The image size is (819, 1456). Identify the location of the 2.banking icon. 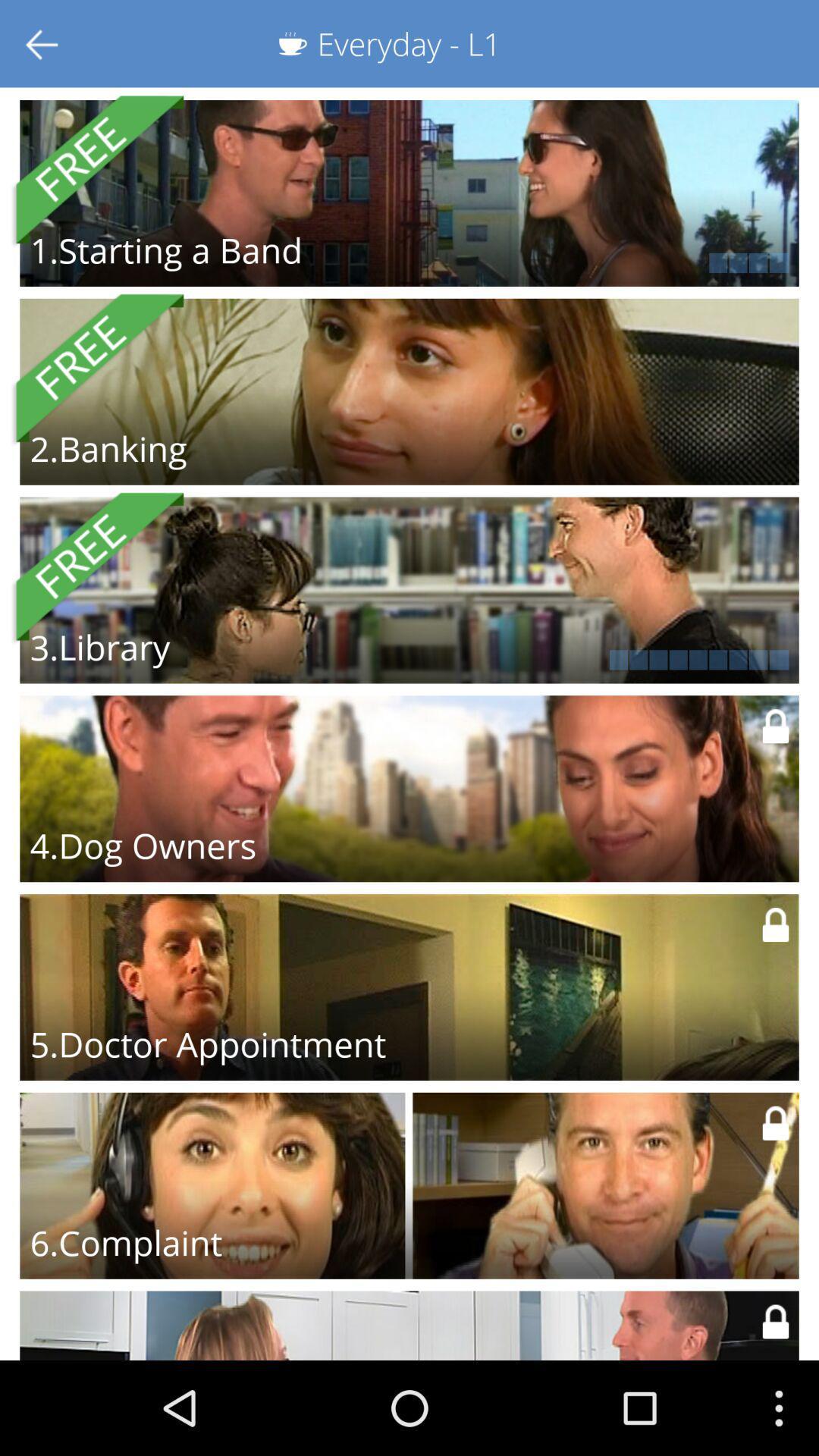
(108, 447).